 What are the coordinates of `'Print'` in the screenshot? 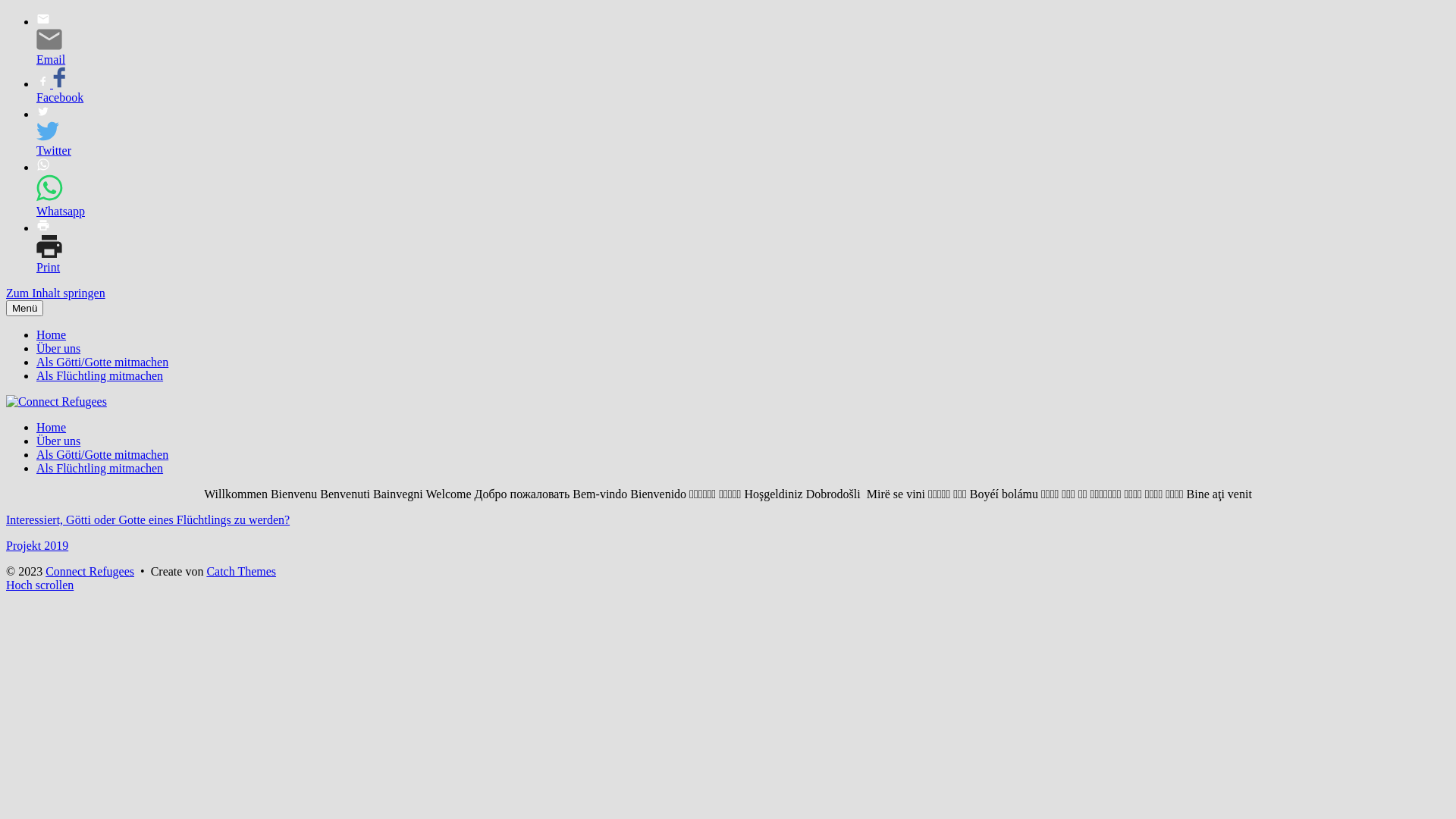 It's located at (55, 247).